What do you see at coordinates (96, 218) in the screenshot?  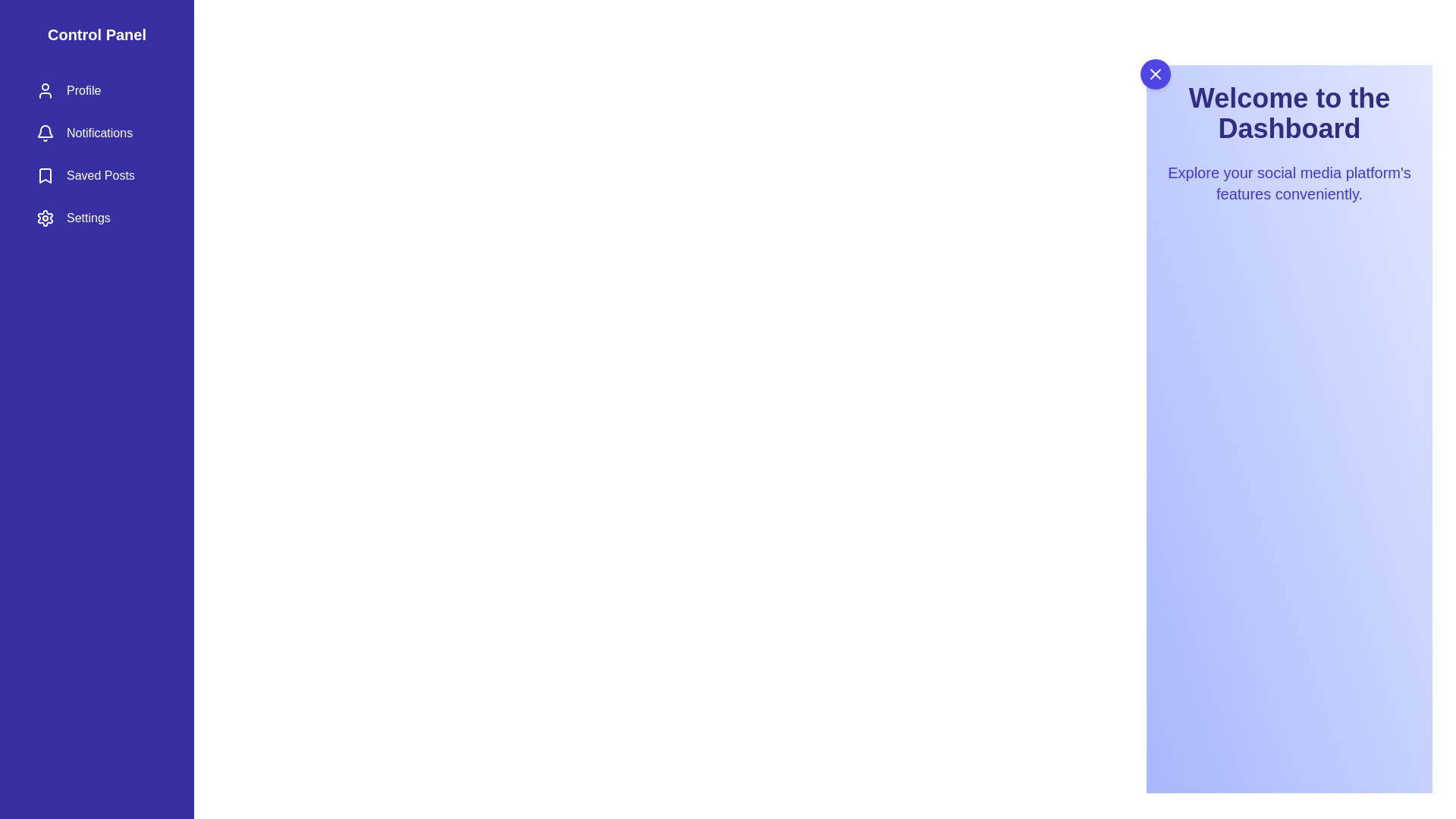 I see `the Settings section in the drawer` at bounding box center [96, 218].